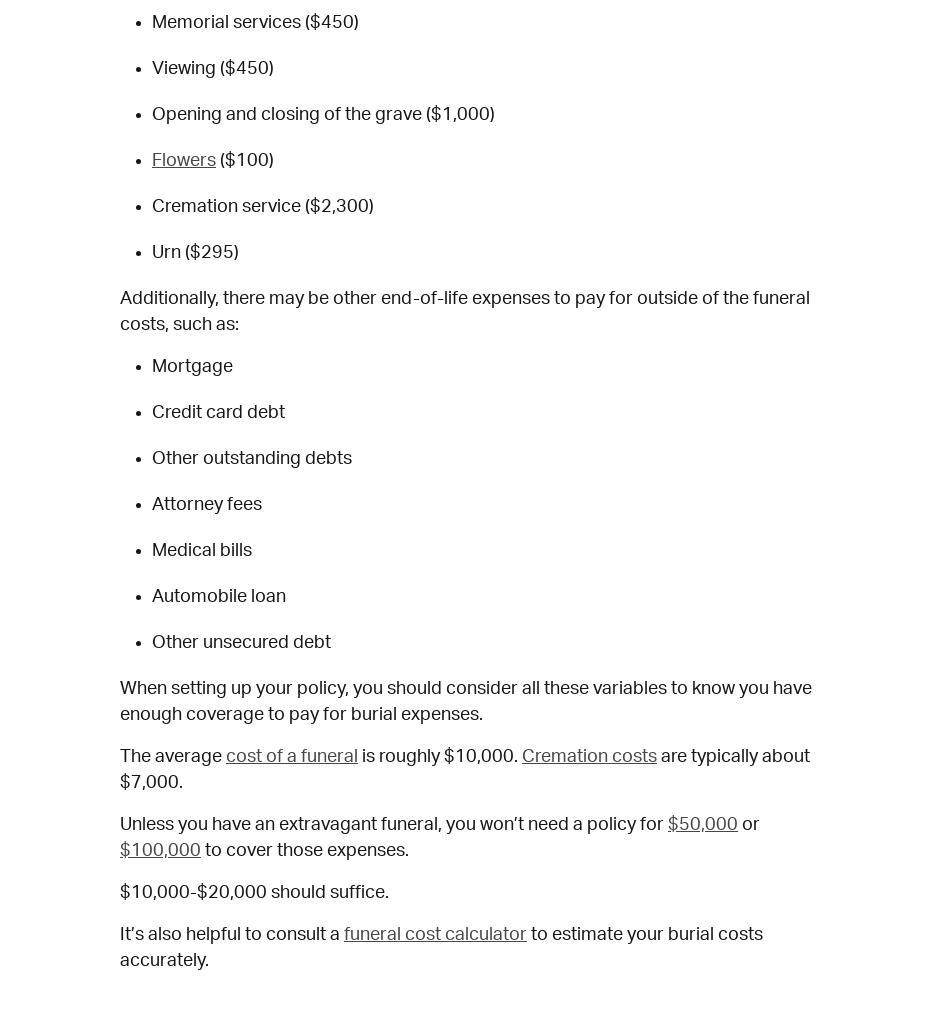 The width and height of the screenshot is (950, 1034). I want to click on 'to cover those expenses.', so click(304, 849).